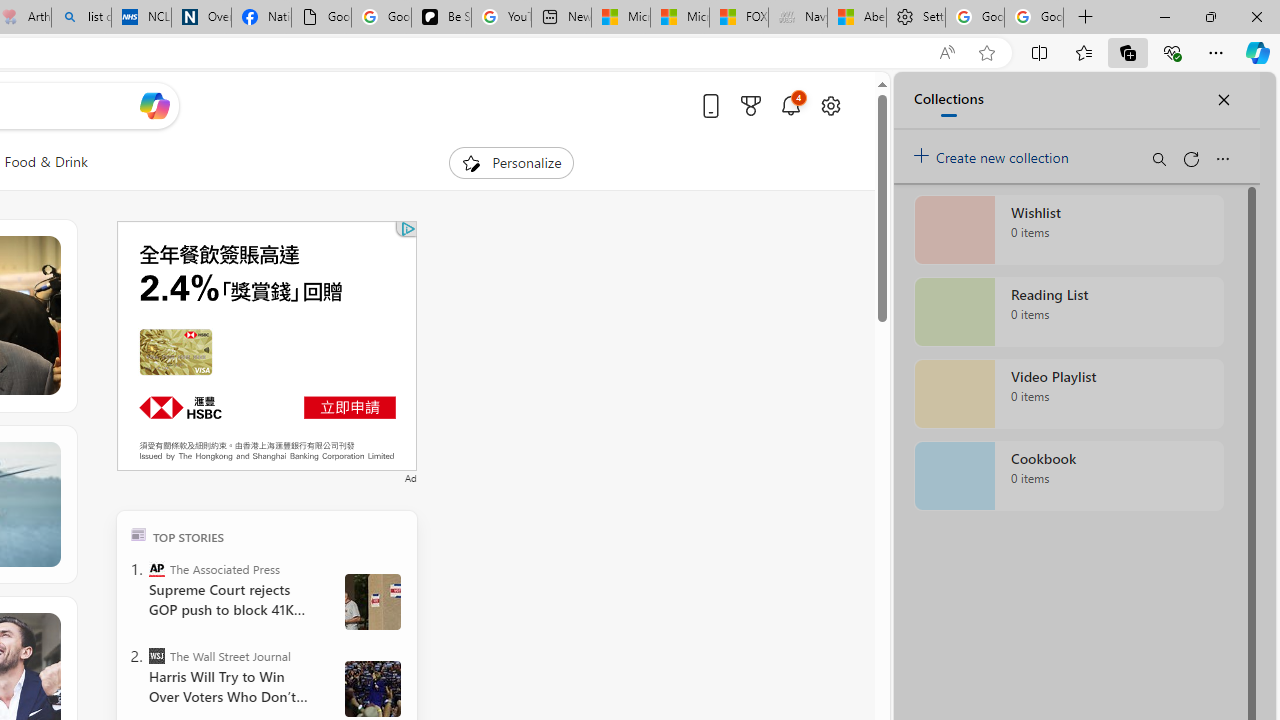  I want to click on 'TOP', so click(137, 533).